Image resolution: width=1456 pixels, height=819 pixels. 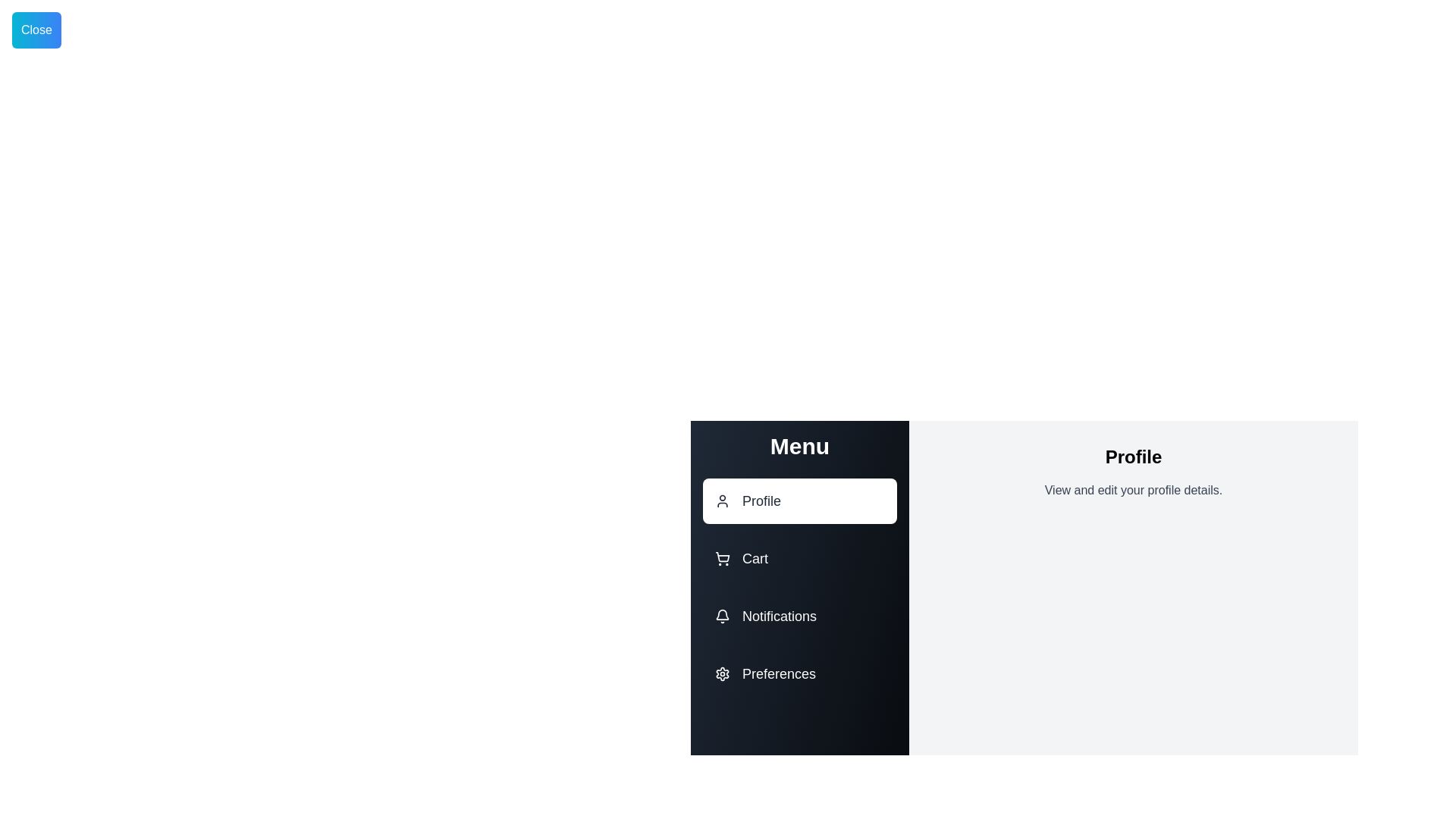 What do you see at coordinates (36, 30) in the screenshot?
I see `the 'Close' button to toggle the drawer visibility` at bounding box center [36, 30].